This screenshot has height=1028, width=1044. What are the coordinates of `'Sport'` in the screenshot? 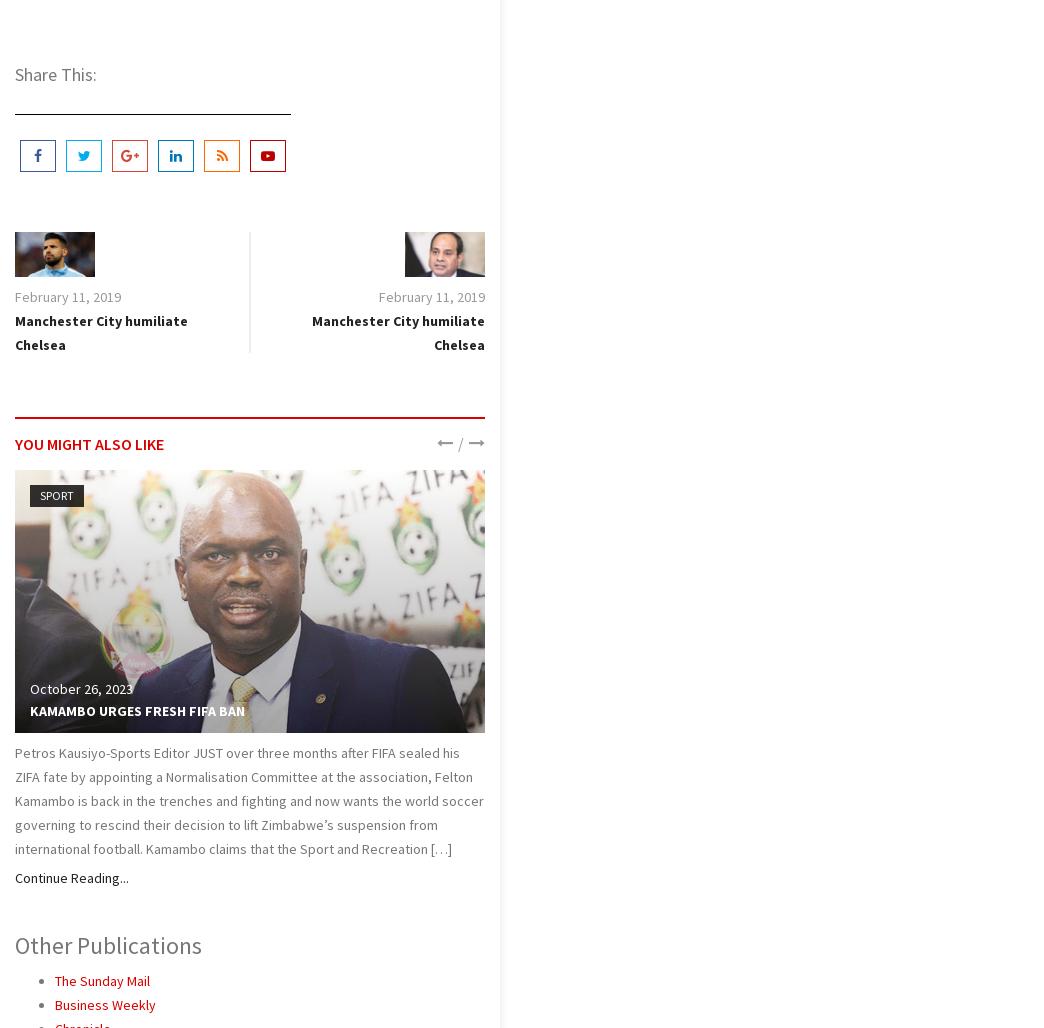 It's located at (56, 494).